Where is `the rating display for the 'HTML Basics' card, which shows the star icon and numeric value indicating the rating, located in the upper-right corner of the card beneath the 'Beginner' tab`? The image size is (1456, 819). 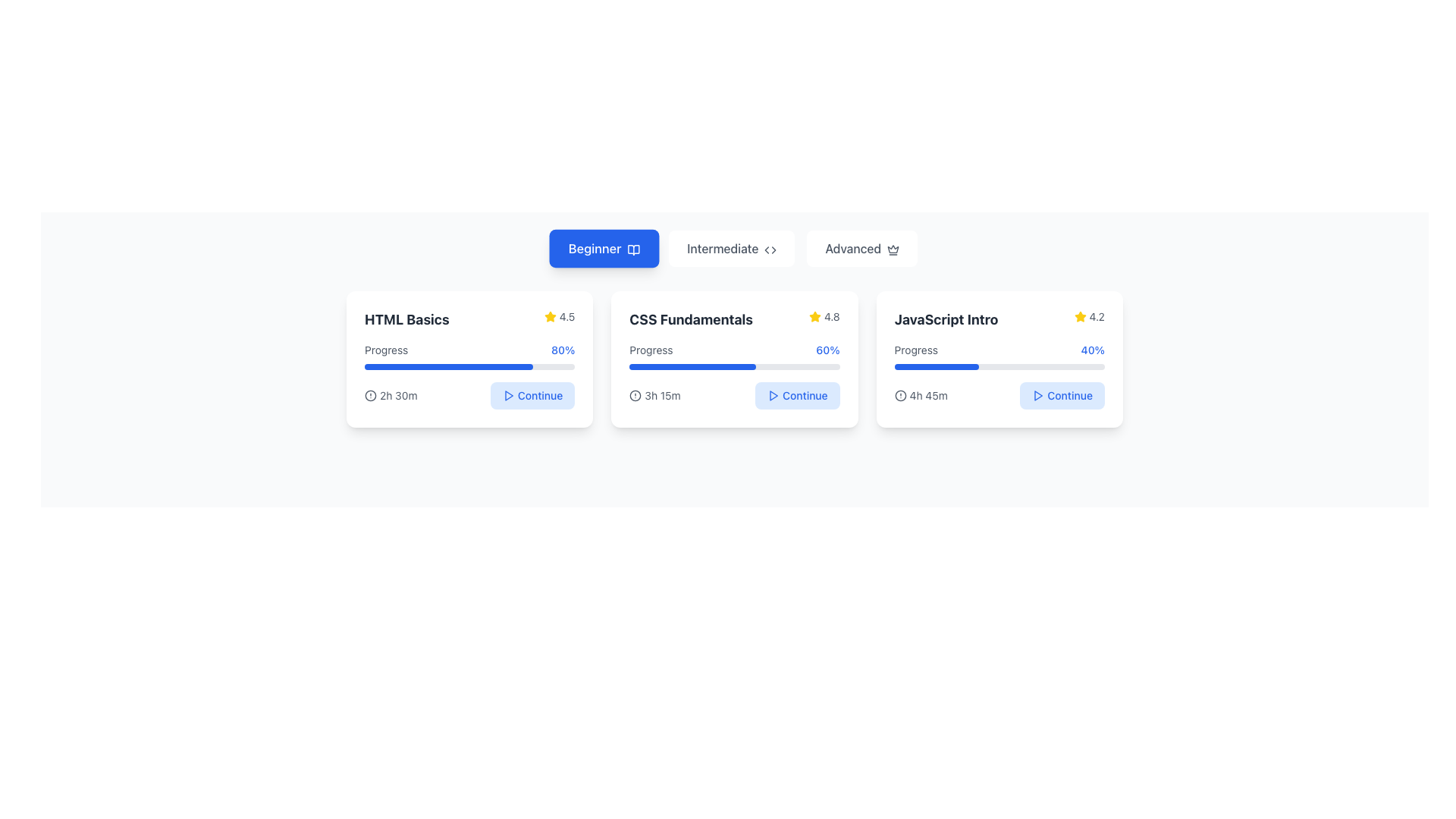 the rating display for the 'HTML Basics' card, which shows the star icon and numeric value indicating the rating, located in the upper-right corner of the card beneath the 'Beginner' tab is located at coordinates (559, 315).